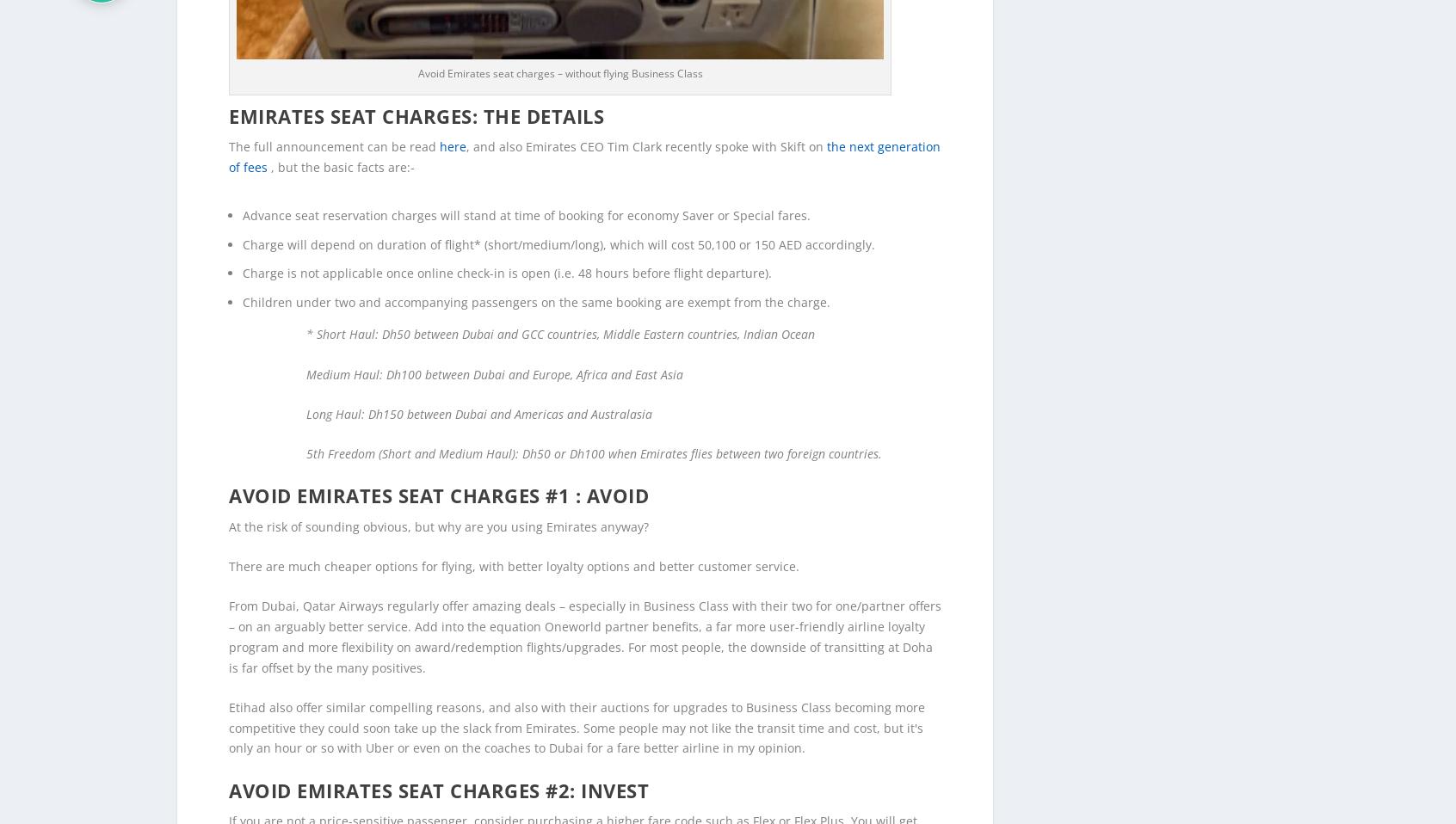 The height and width of the screenshot is (824, 1456). Describe the element at coordinates (535, 274) in the screenshot. I see `'Children under two and accompanying passengers on the same booking are exempt from the charge.'` at that location.